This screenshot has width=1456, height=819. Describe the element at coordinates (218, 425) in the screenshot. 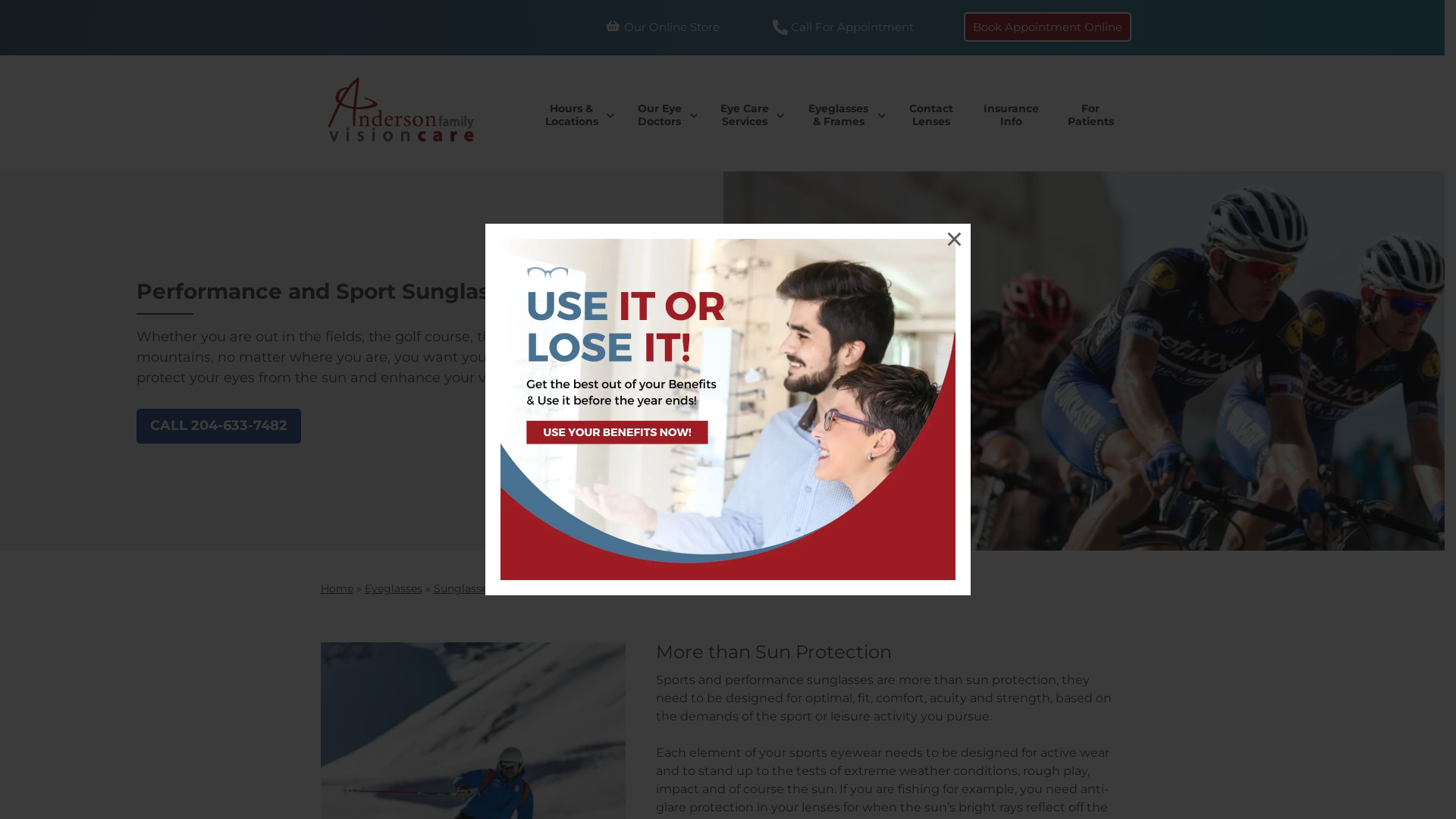

I see `'CALL 204-633-7482'` at that location.